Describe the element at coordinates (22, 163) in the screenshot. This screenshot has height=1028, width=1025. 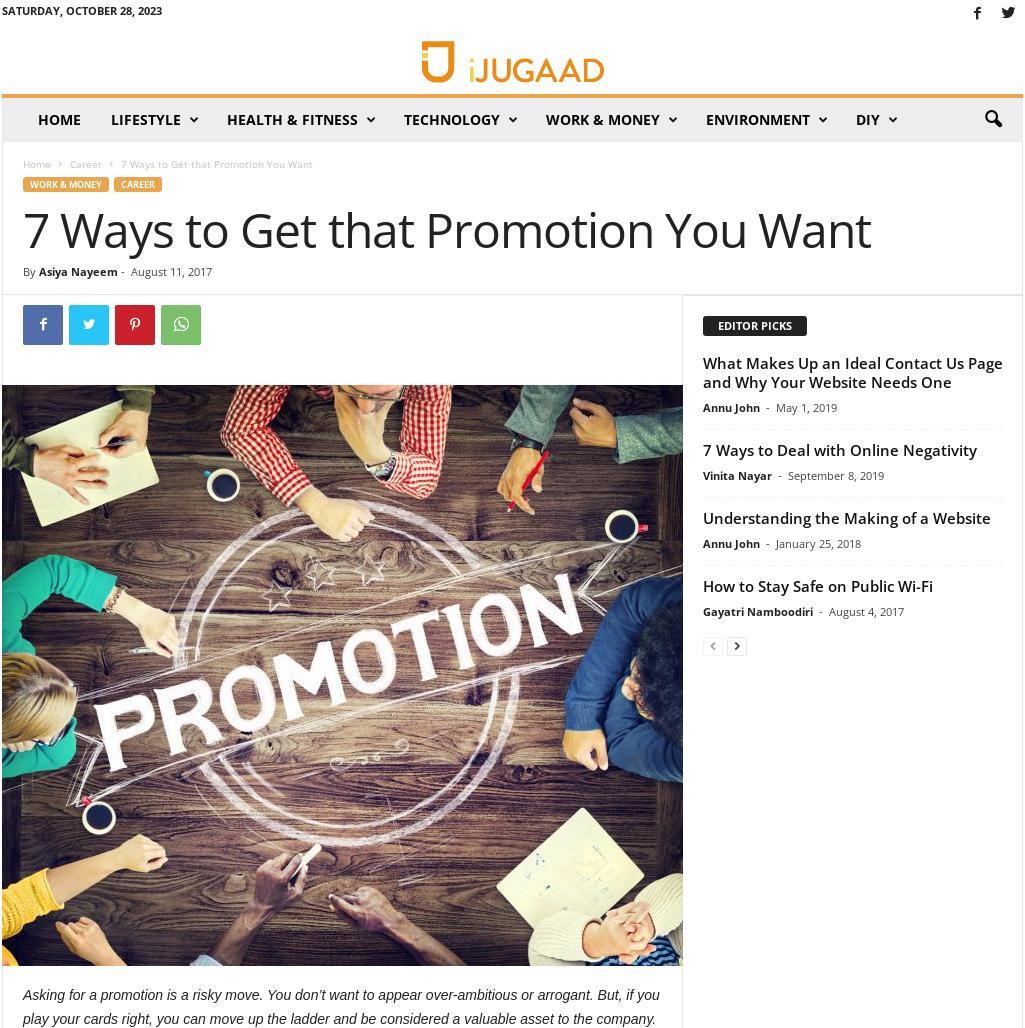
I see `'Home'` at that location.